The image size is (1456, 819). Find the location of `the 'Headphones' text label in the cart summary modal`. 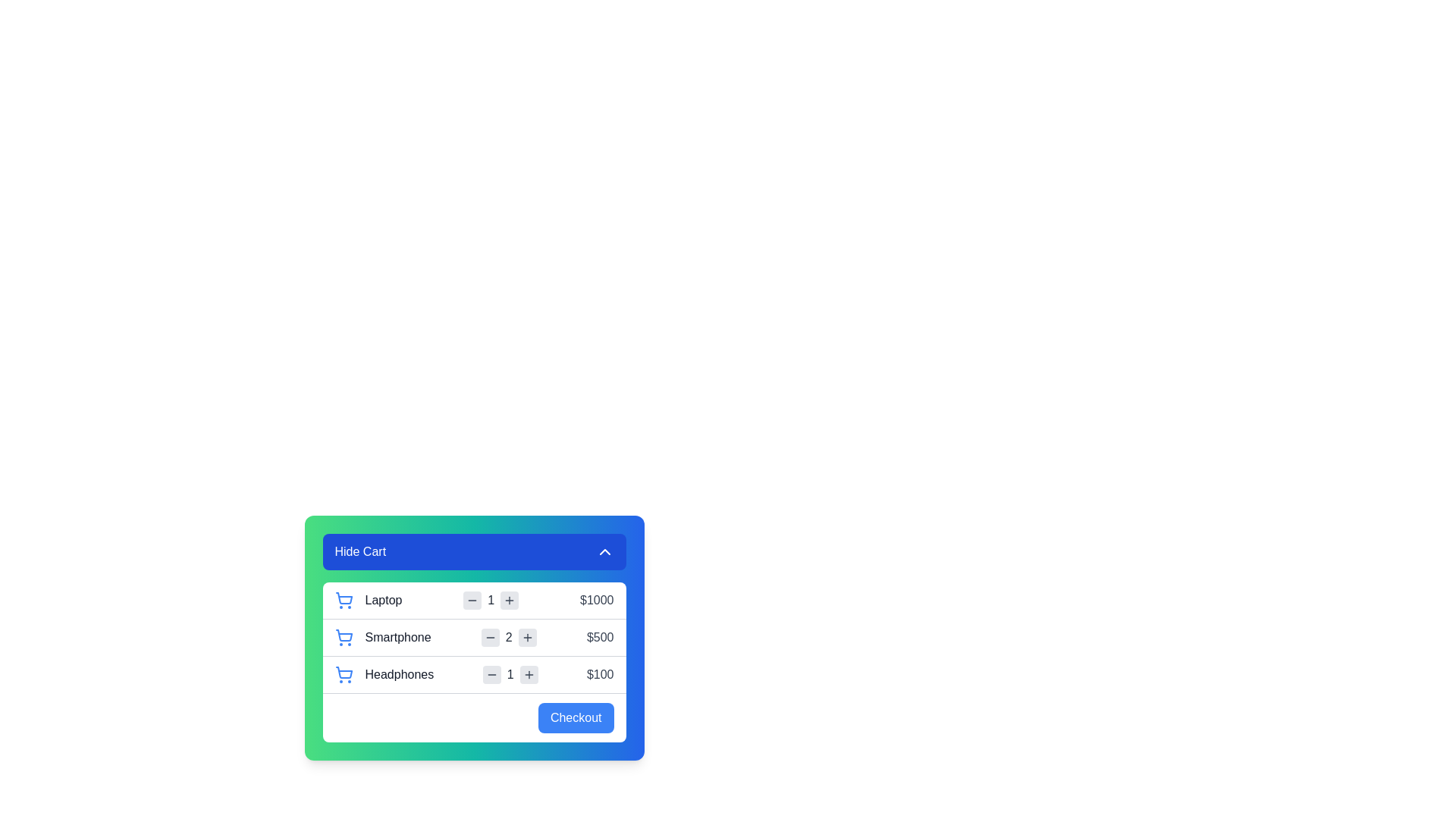

the 'Headphones' text label in the cart summary modal is located at coordinates (399, 674).